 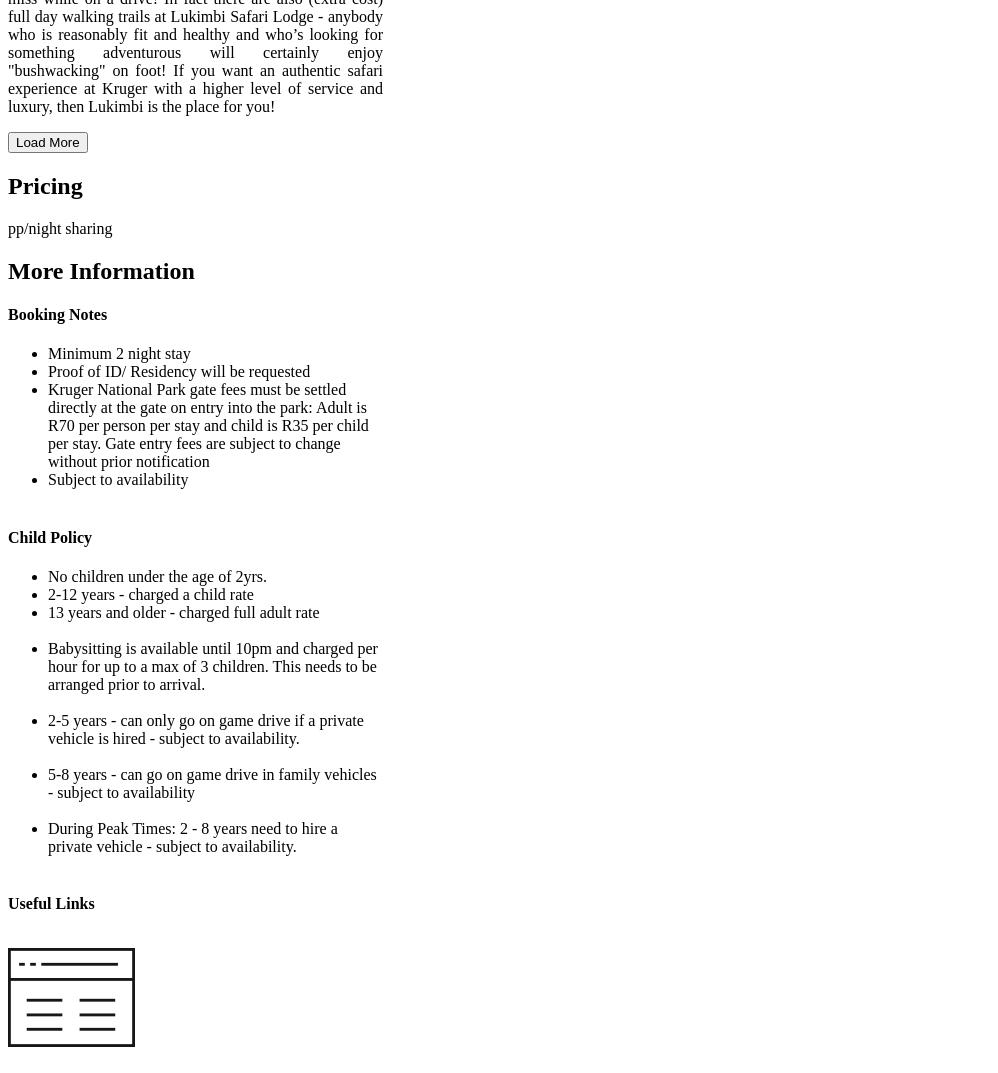 I want to click on 'Babysitting is available until 10pm and charged per hour for up to a max of 3 children. This needs to be arranged prior to arrival.', so click(x=212, y=665).